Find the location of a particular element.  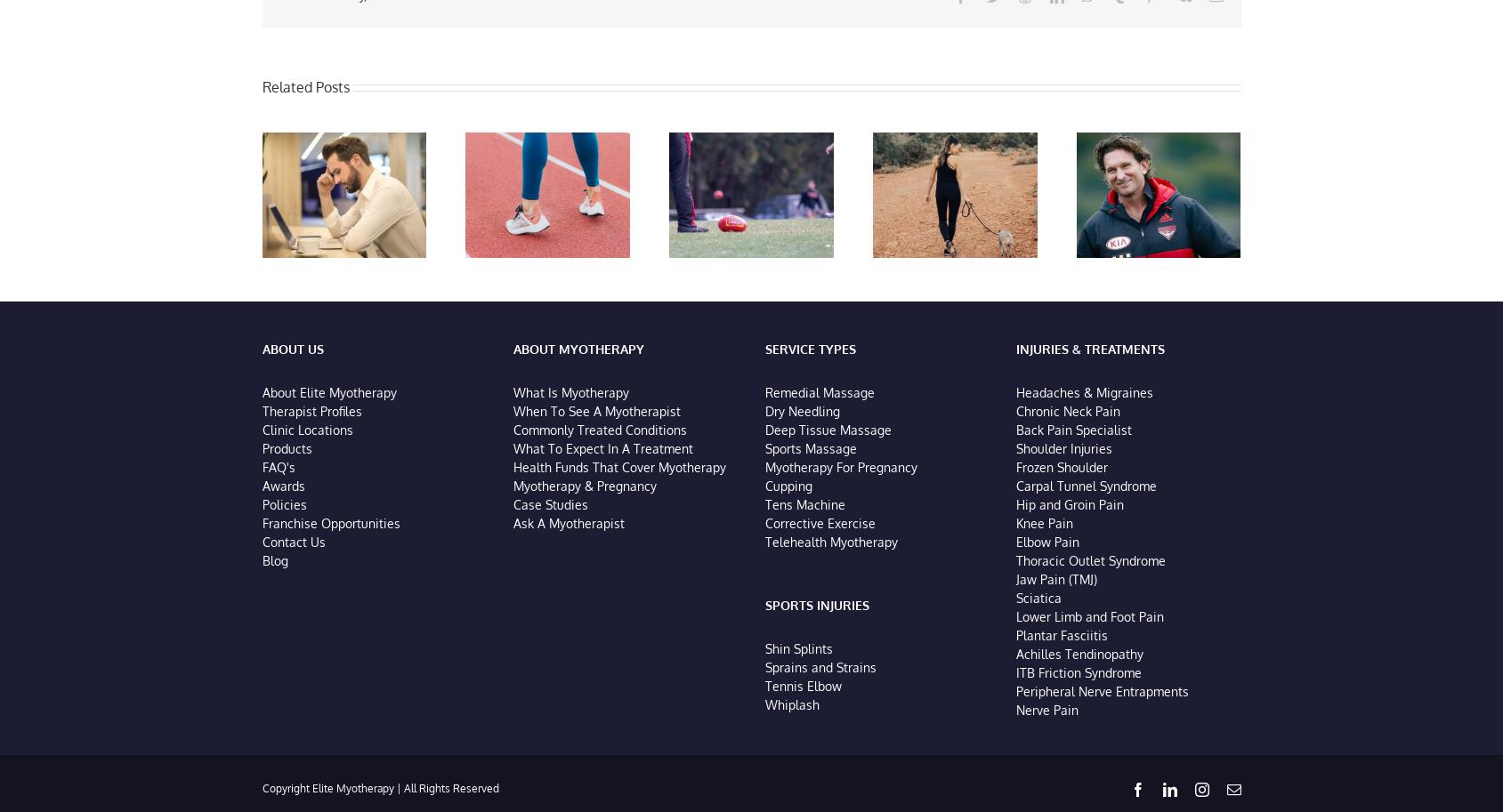

'Achilles Tendinopathy' is located at coordinates (1079, 655).